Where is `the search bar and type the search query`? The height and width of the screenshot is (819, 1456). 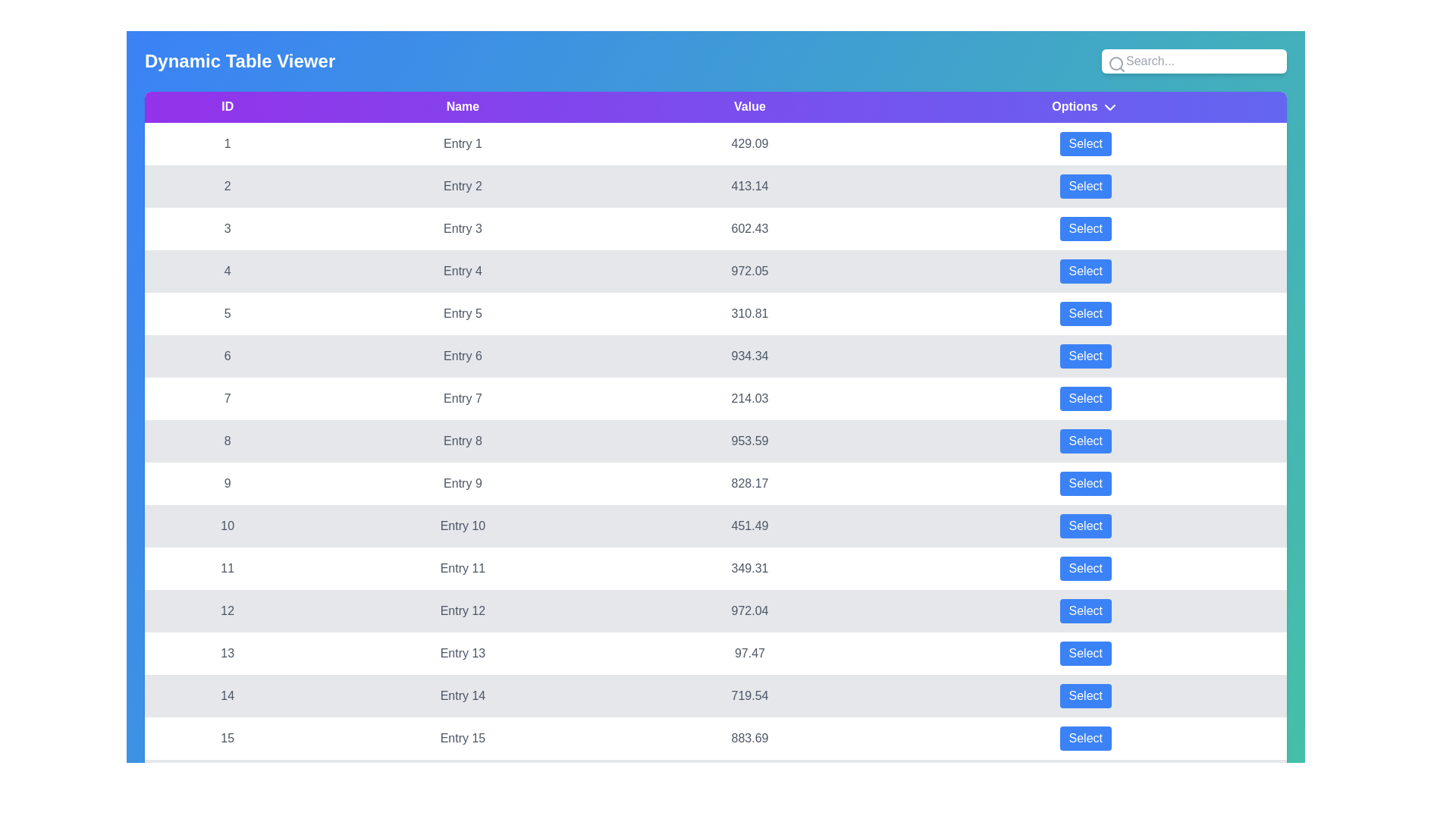
the search bar and type the search query is located at coordinates (1193, 61).